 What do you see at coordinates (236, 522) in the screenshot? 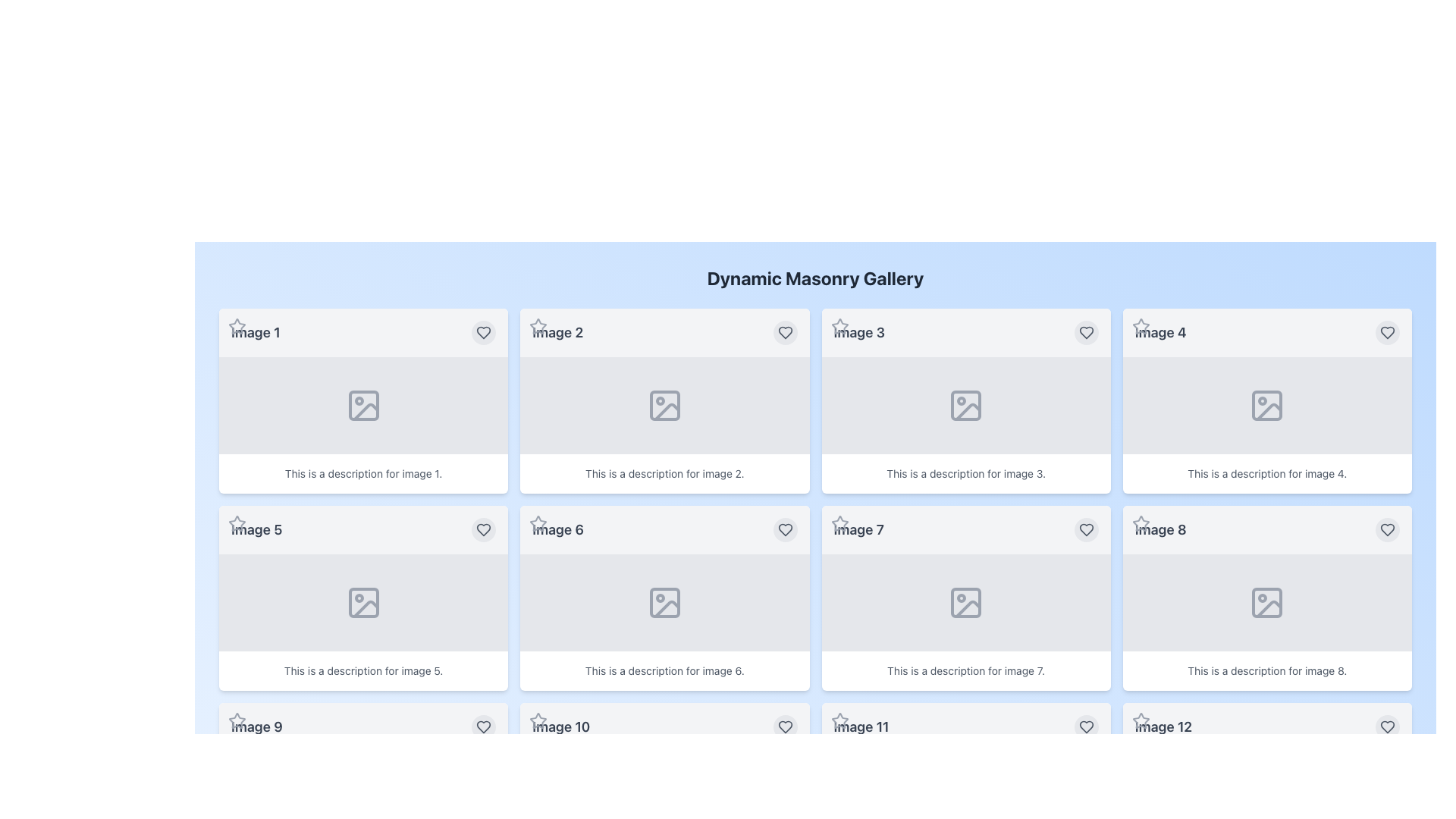
I see `the star icon located at the top left corner of the fifth item labeled 'Image 5' in a grid layout` at bounding box center [236, 522].